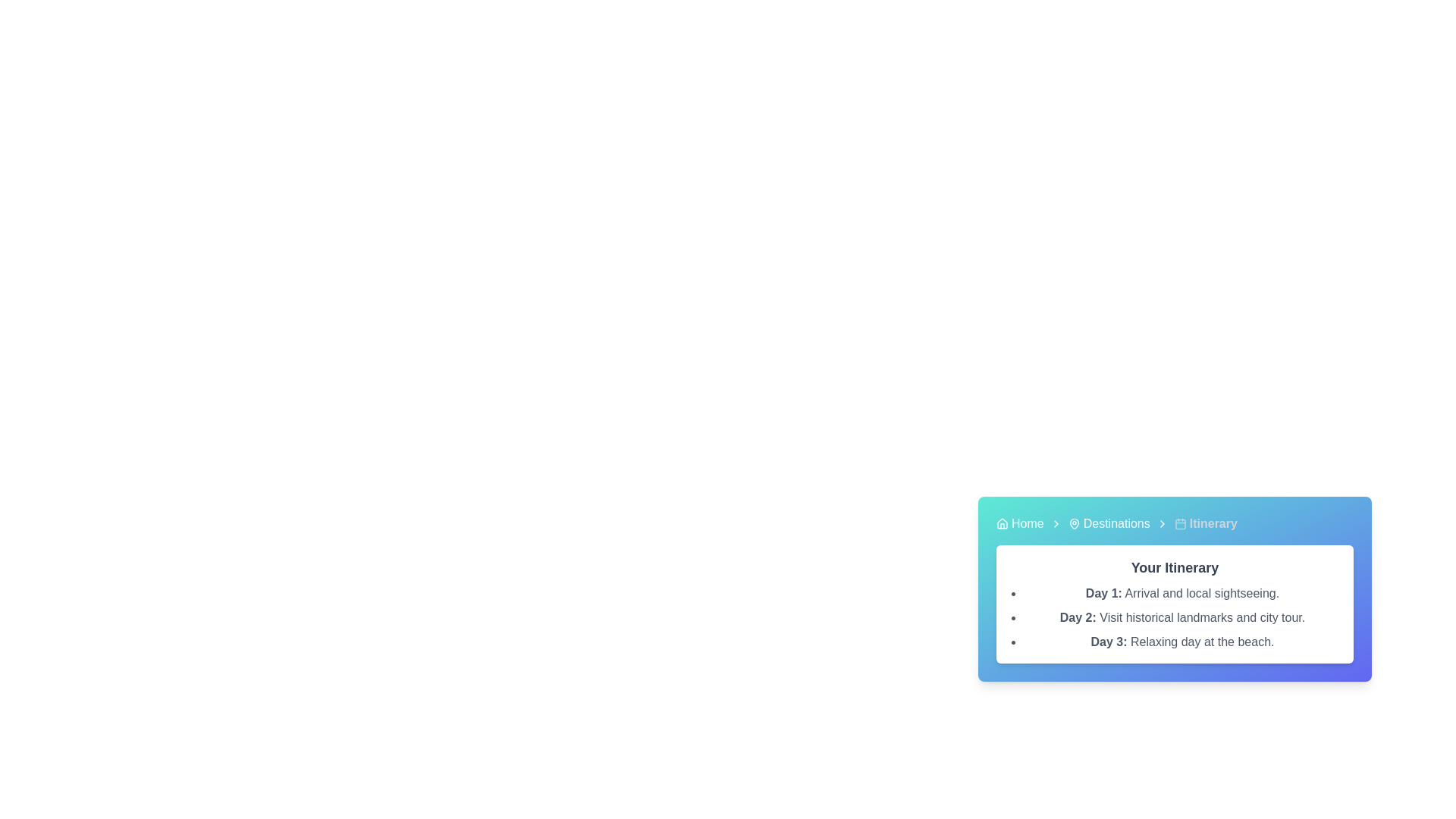 This screenshot has height=819, width=1456. Describe the element at coordinates (1002, 522) in the screenshot. I see `the 'Home' icon in the breadcrumb navigation, which serves as the starting point for the main page` at that location.